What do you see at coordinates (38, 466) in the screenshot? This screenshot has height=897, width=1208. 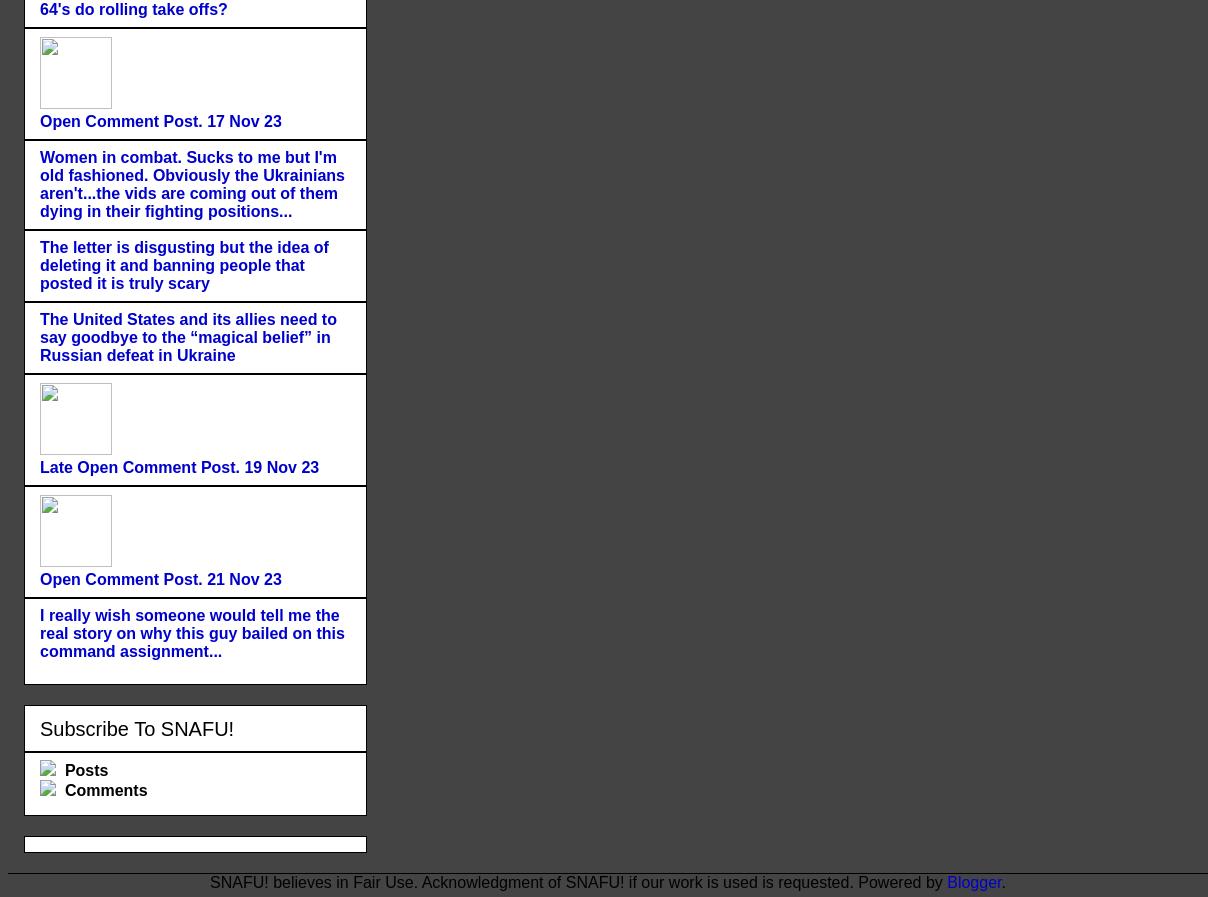 I see `'Late Open Comment Post.  19 Nov 23'` at bounding box center [38, 466].